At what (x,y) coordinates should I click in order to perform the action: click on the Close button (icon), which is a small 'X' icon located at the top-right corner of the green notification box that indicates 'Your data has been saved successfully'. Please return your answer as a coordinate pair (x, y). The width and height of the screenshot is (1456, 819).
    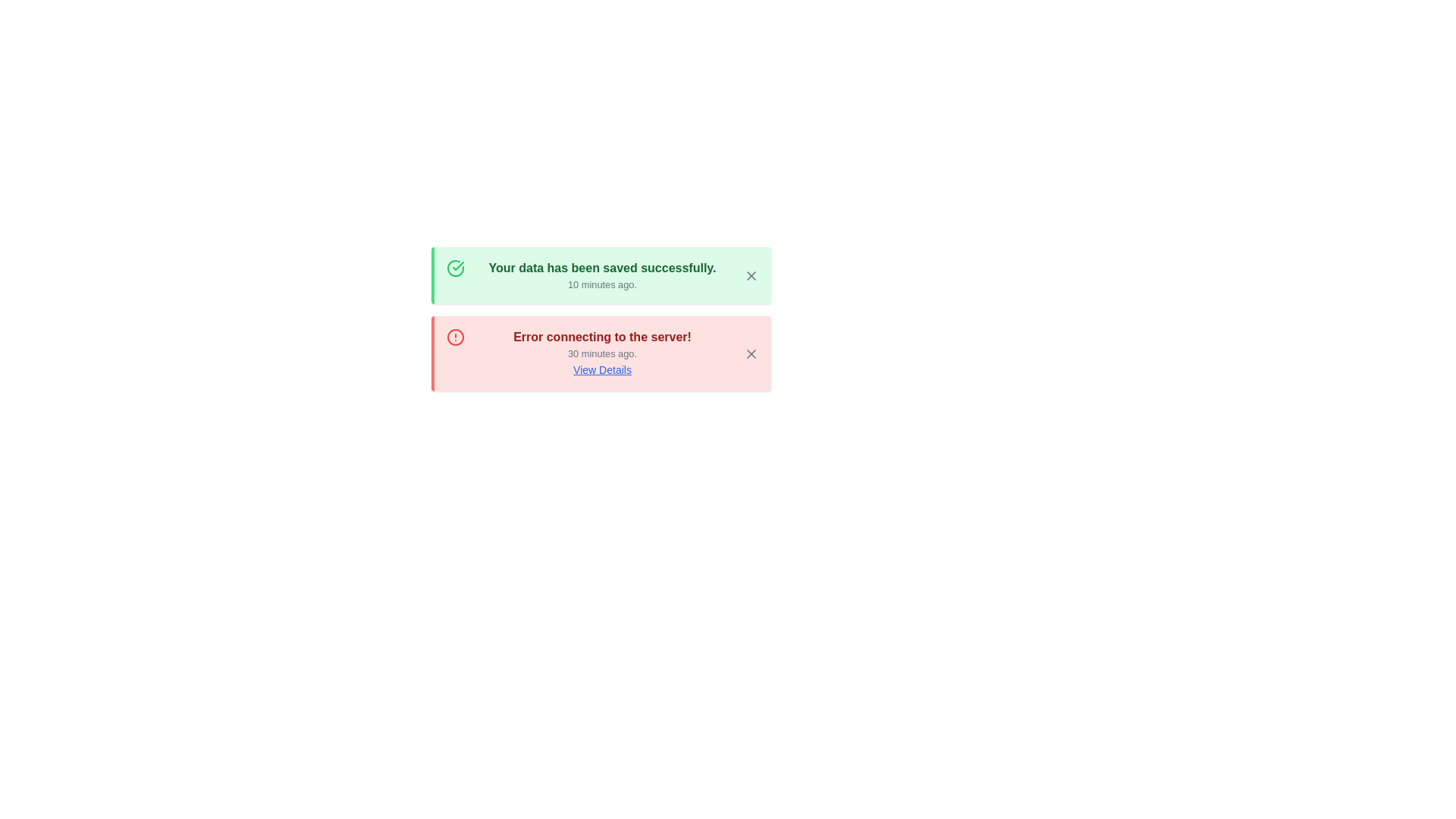
    Looking at the image, I should click on (751, 275).